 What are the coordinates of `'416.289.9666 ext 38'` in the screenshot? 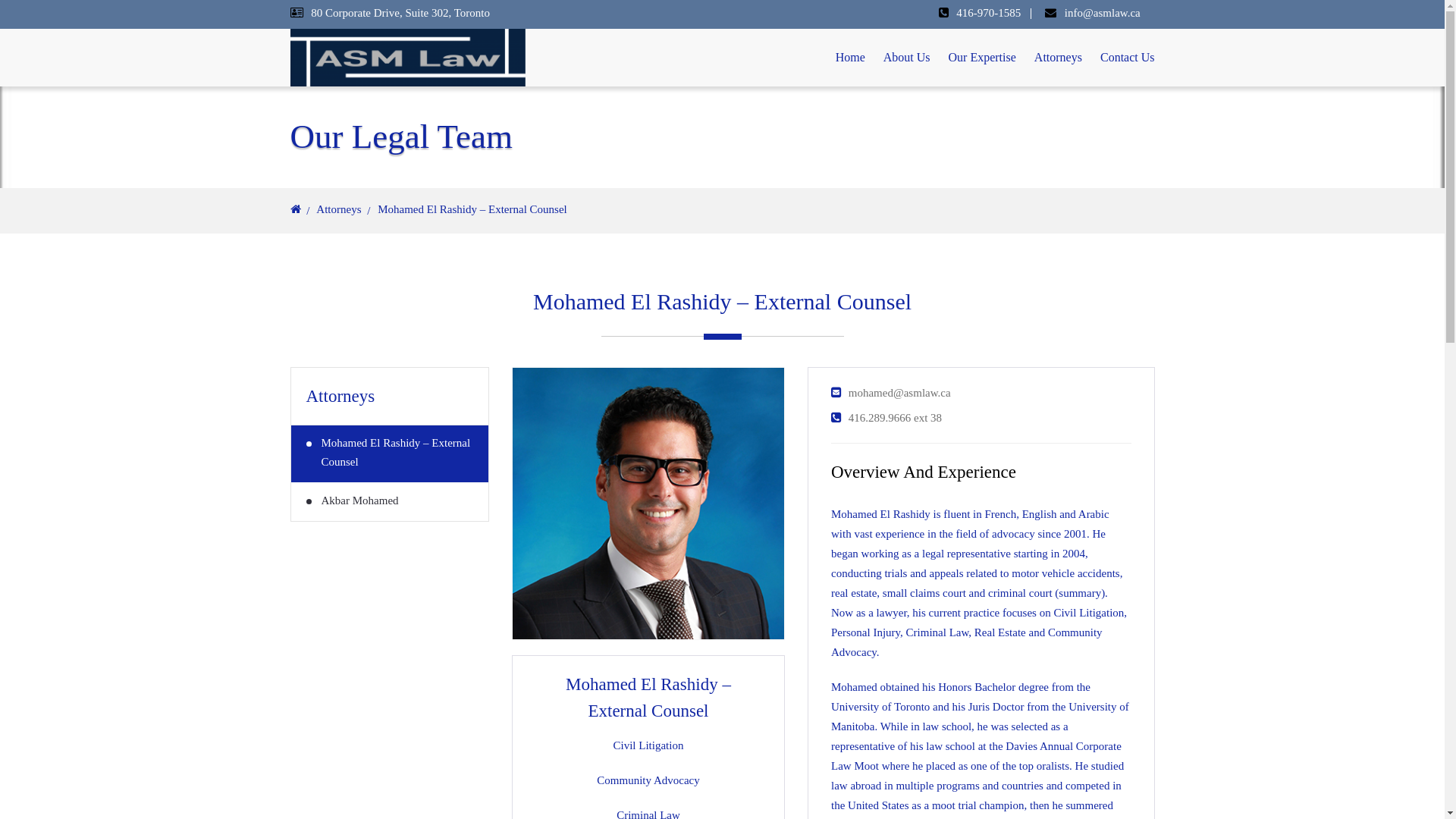 It's located at (895, 418).